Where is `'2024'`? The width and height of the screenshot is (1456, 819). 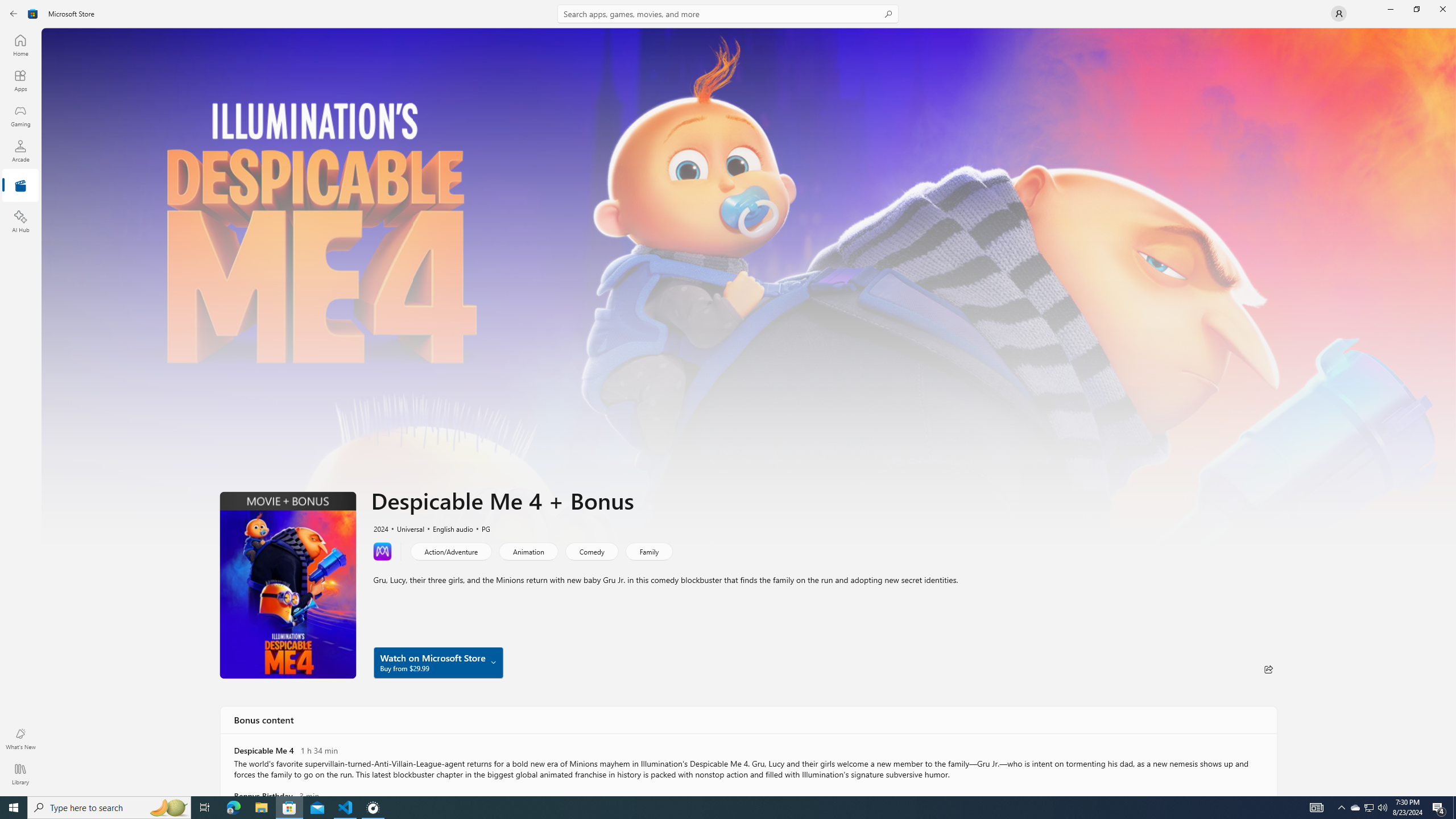
'2024' is located at coordinates (380, 527).